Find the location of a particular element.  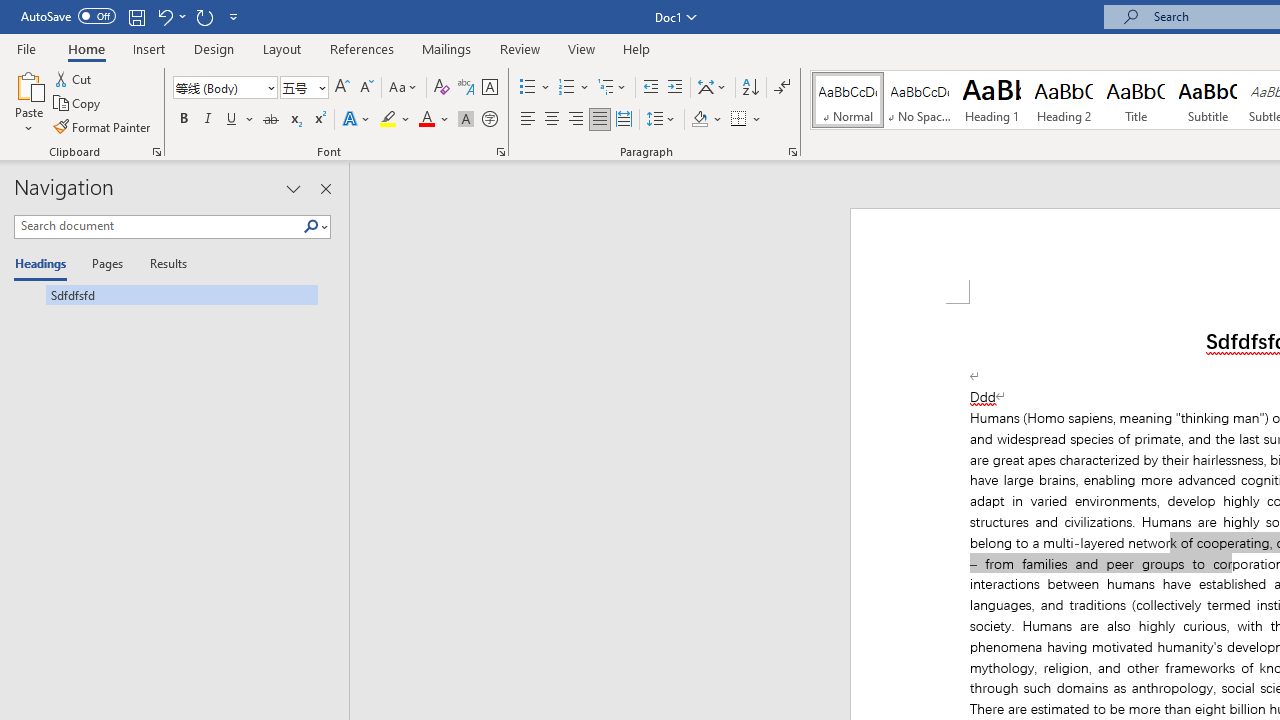

'Change Case' is located at coordinates (403, 86).